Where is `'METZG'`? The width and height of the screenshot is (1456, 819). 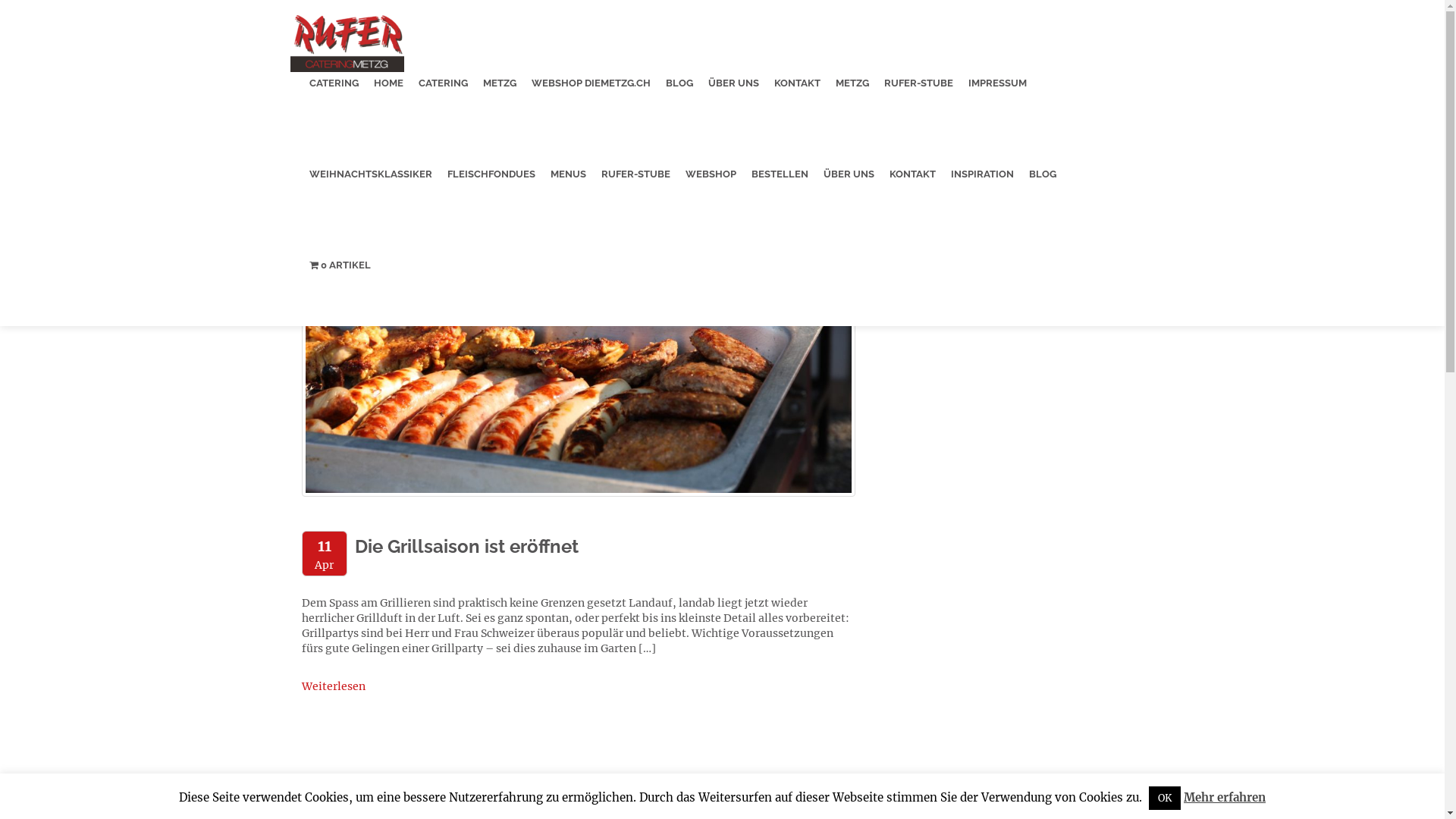
'METZG' is located at coordinates (498, 83).